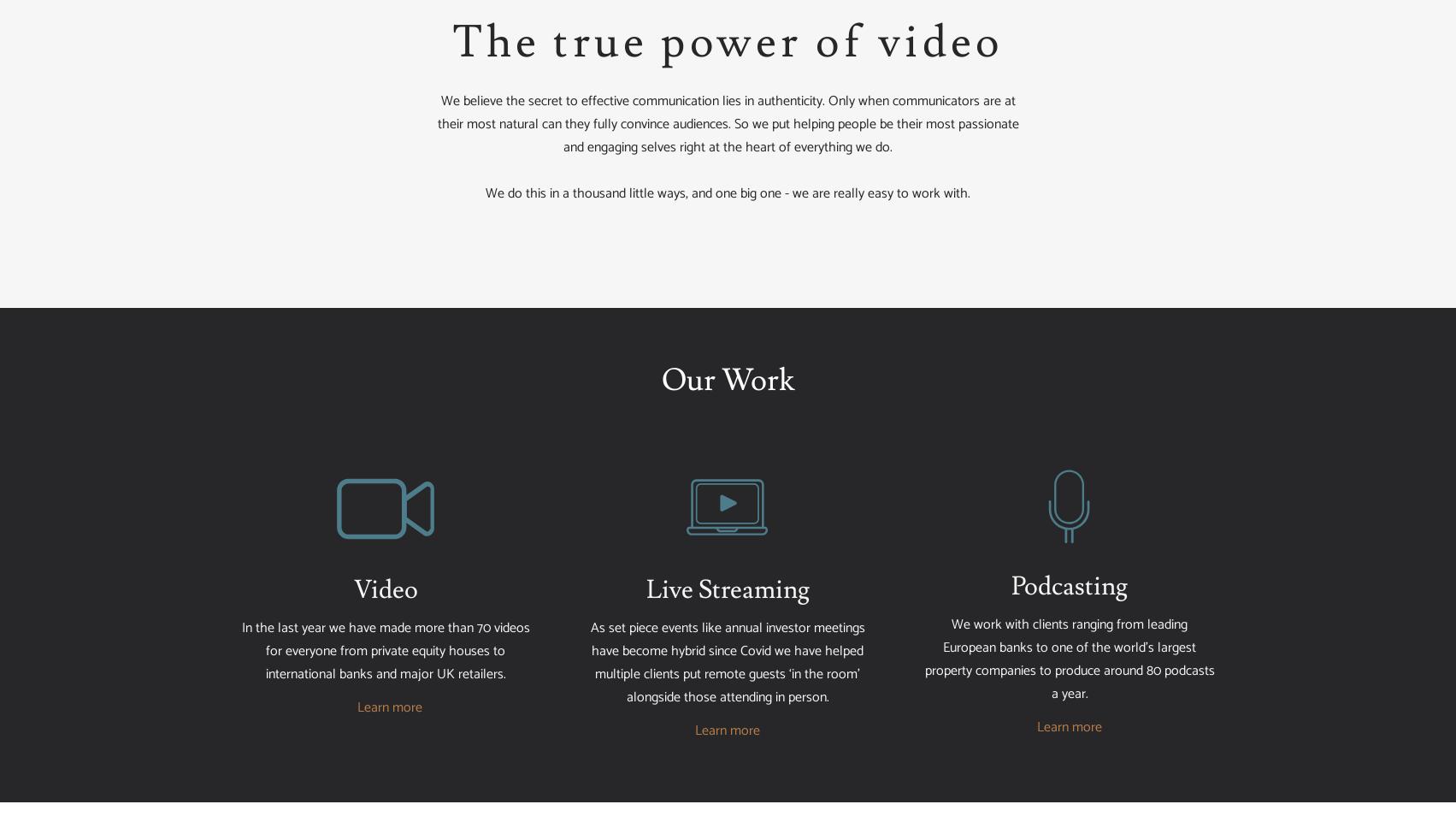 The image size is (1456, 822). I want to click on 'In the last year we have made more than 70 videos for everyone from private equity houses to international banks and major UK retailers.', so click(385, 650).